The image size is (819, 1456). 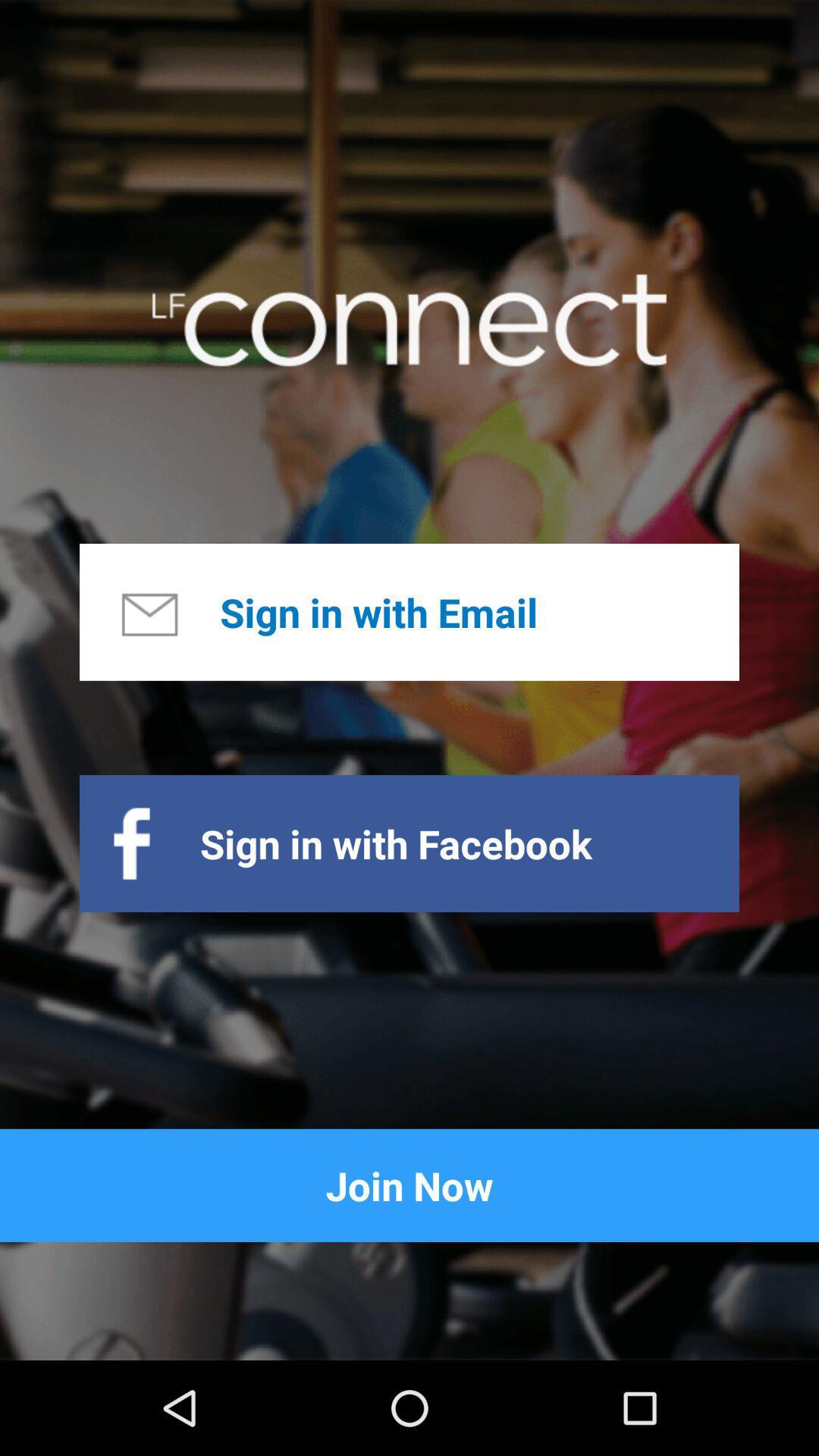 I want to click on the join now at the bottom, so click(x=409, y=1185).